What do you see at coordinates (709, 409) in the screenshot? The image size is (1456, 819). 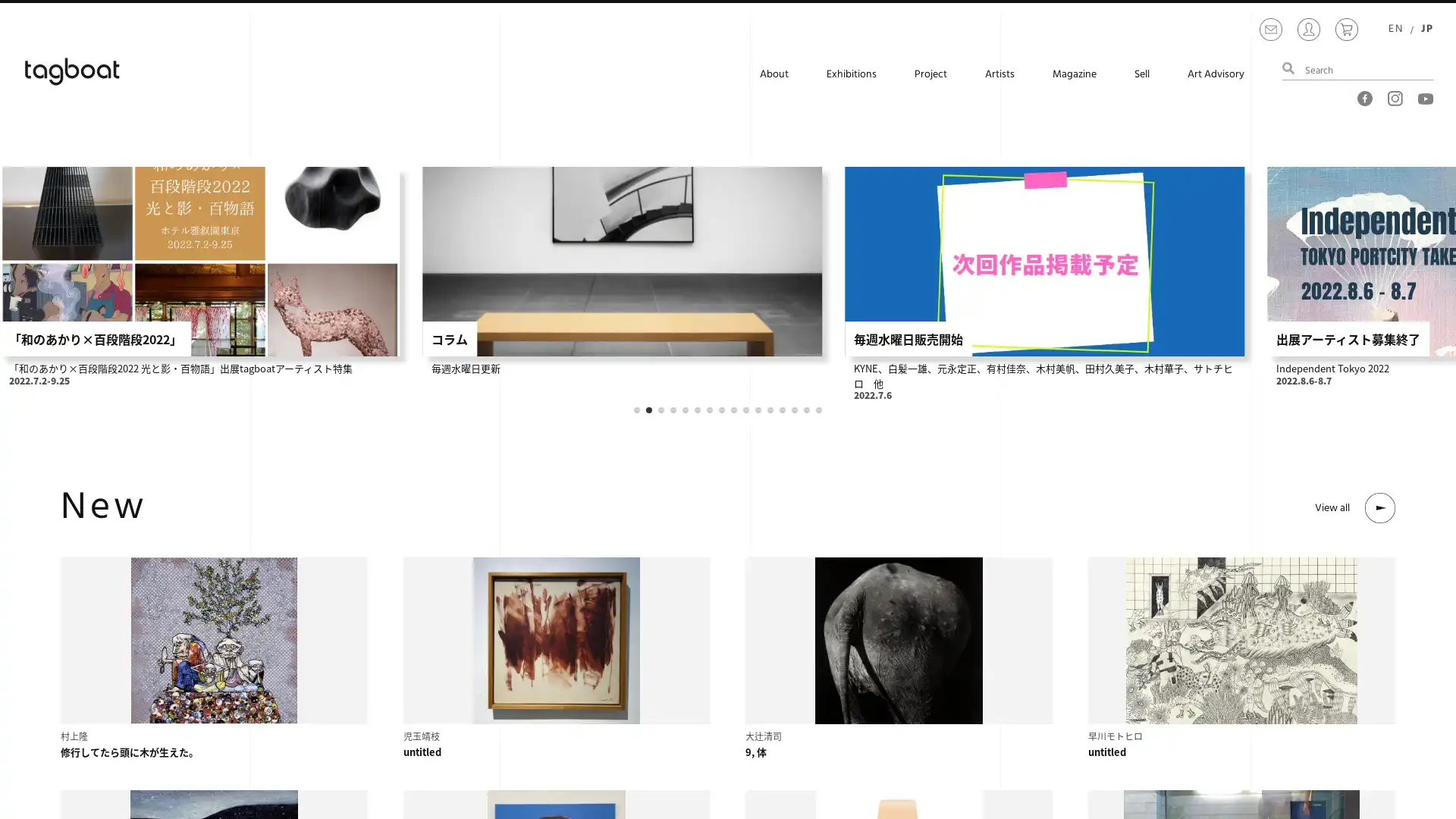 I see `Go to slide 7` at bounding box center [709, 409].